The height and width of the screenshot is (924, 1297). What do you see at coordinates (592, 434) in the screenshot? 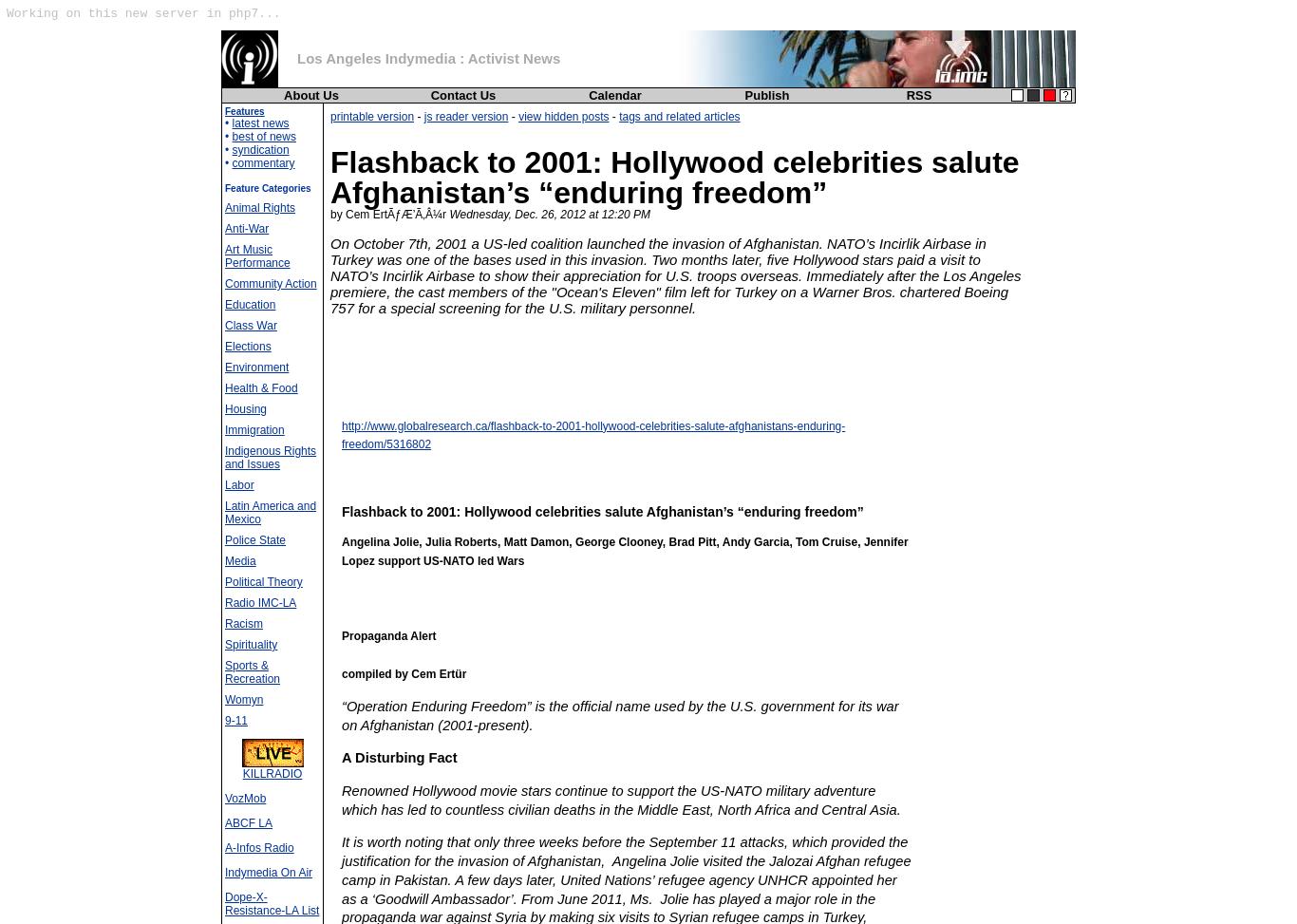
I see `'http://www.globalresearch.ca/flashback-to-2001-hollywood-celebrities-salute-afghanistans-enduring-freedom/5316802'` at bounding box center [592, 434].